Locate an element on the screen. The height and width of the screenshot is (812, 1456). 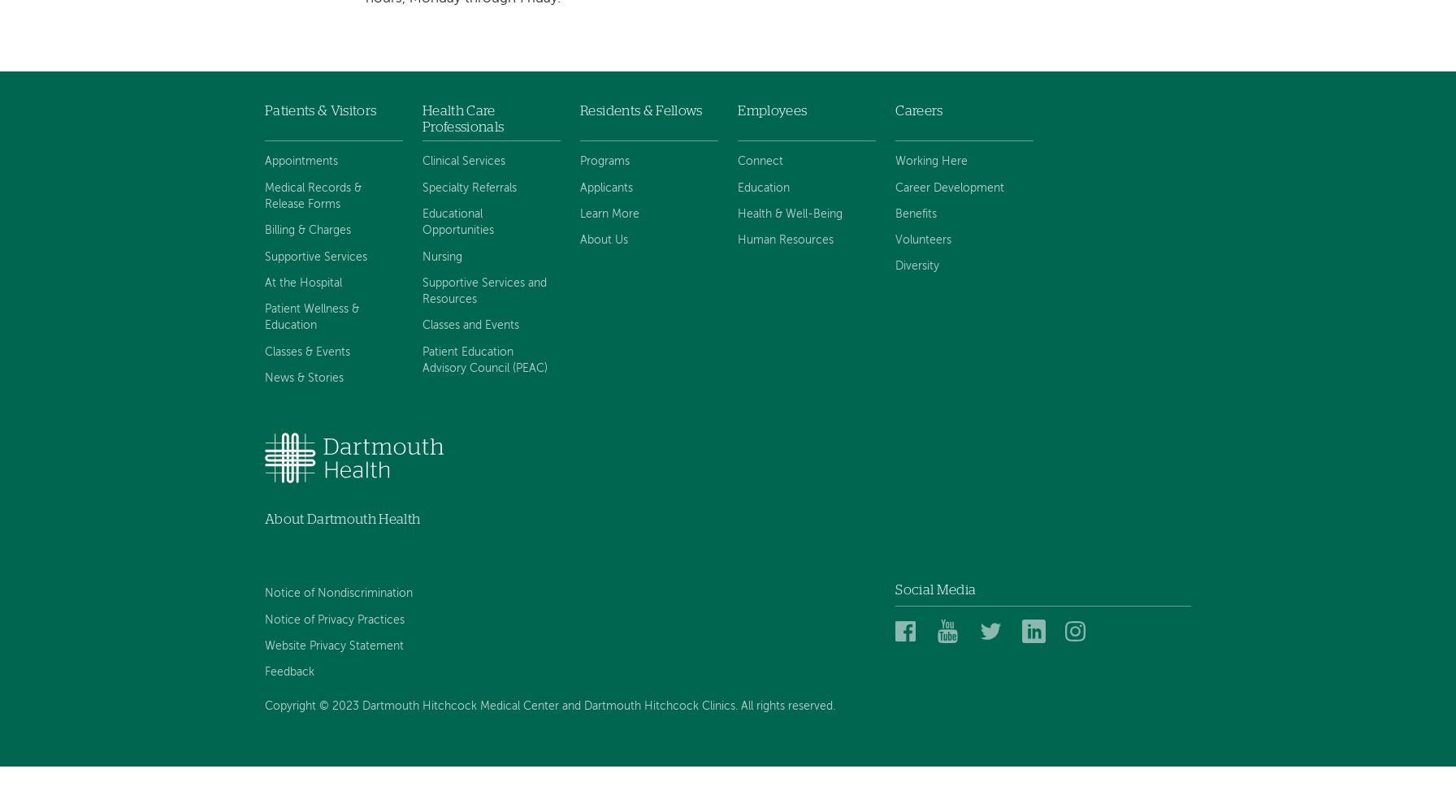
'Medical Records & Release Forms' is located at coordinates (313, 195).